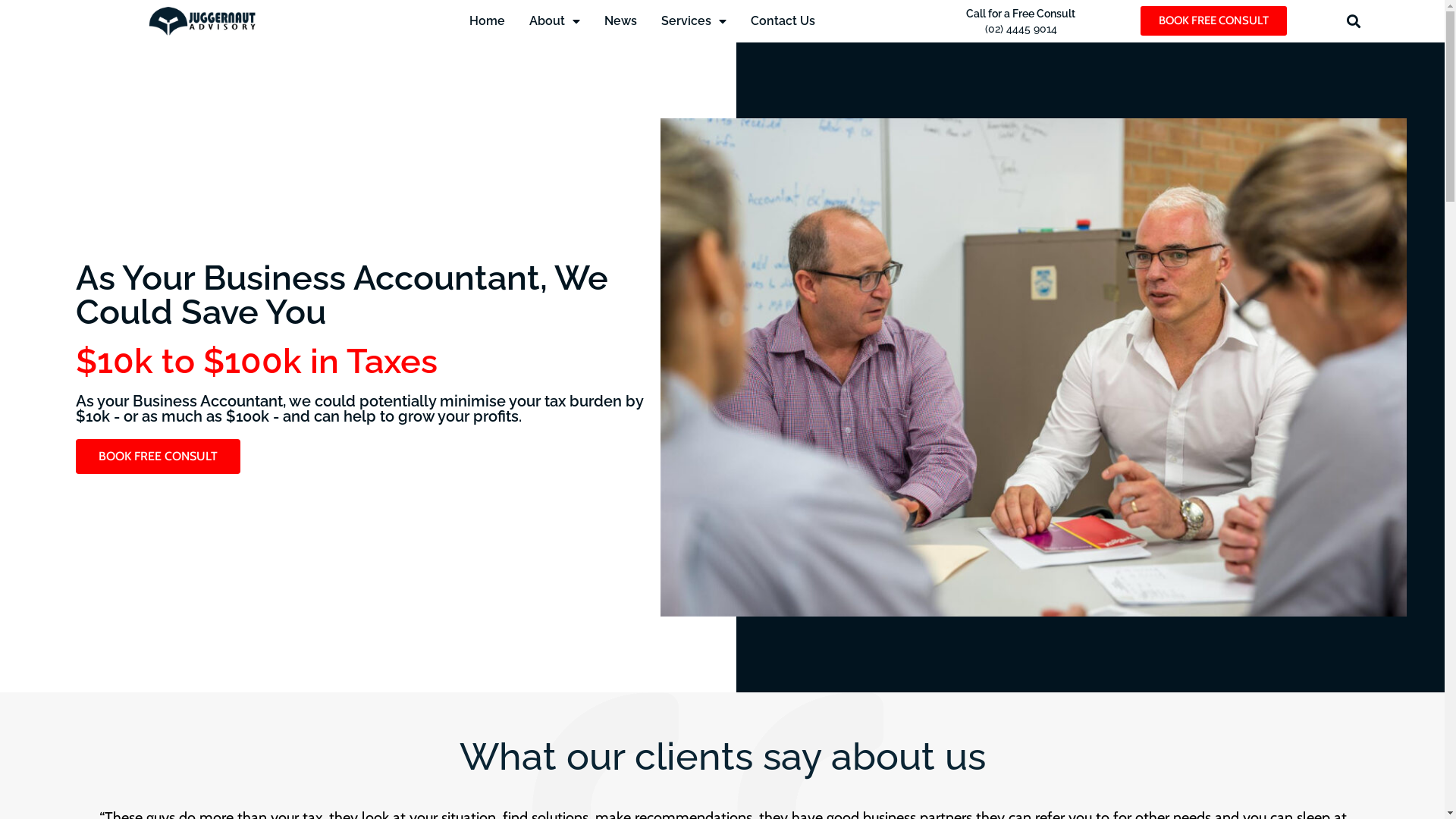 This screenshot has height=819, width=1456. What do you see at coordinates (487, 20) in the screenshot?
I see `'Home'` at bounding box center [487, 20].